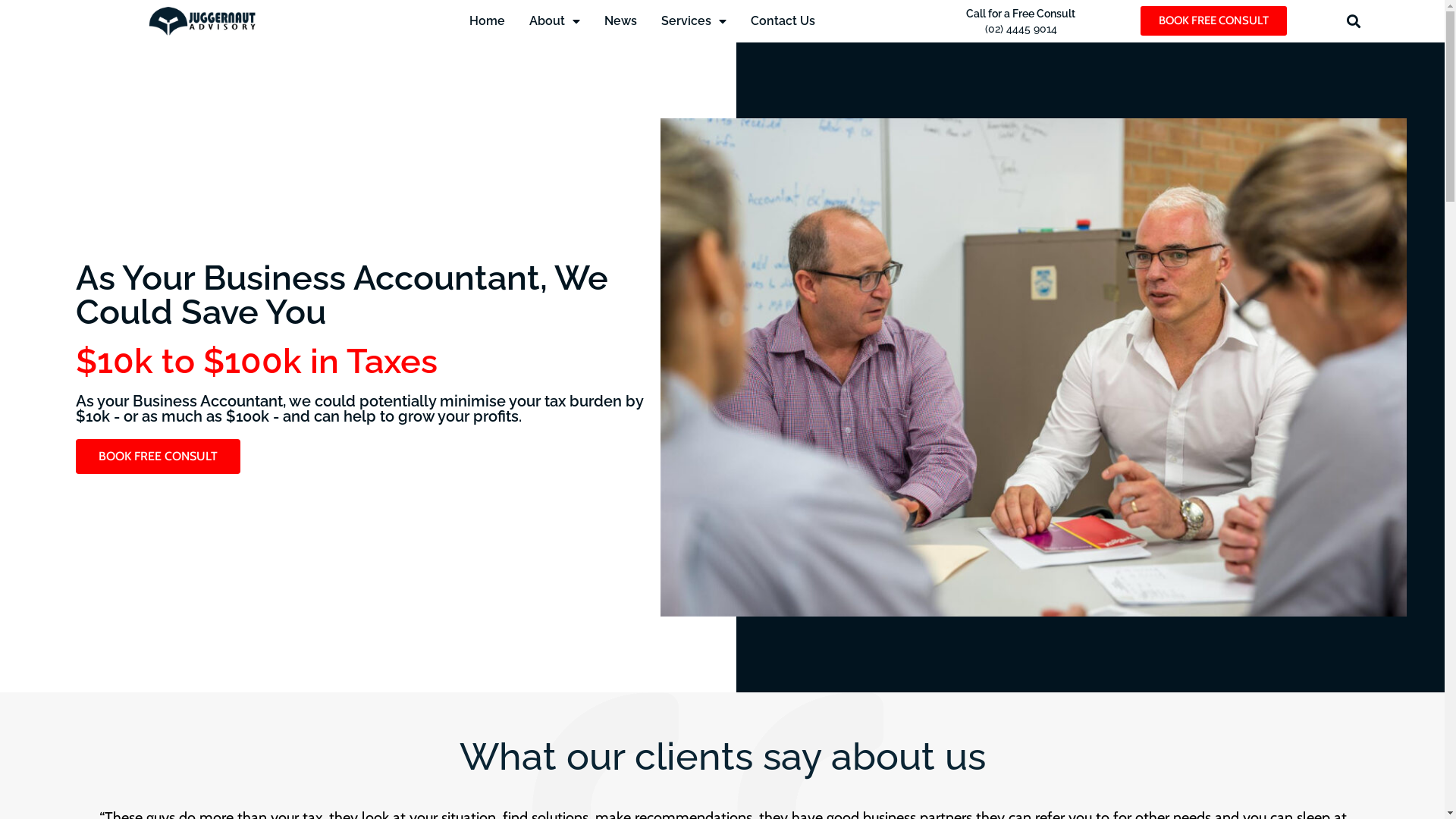 This screenshot has height=819, width=1456. What do you see at coordinates (487, 20) in the screenshot?
I see `'Home'` at bounding box center [487, 20].